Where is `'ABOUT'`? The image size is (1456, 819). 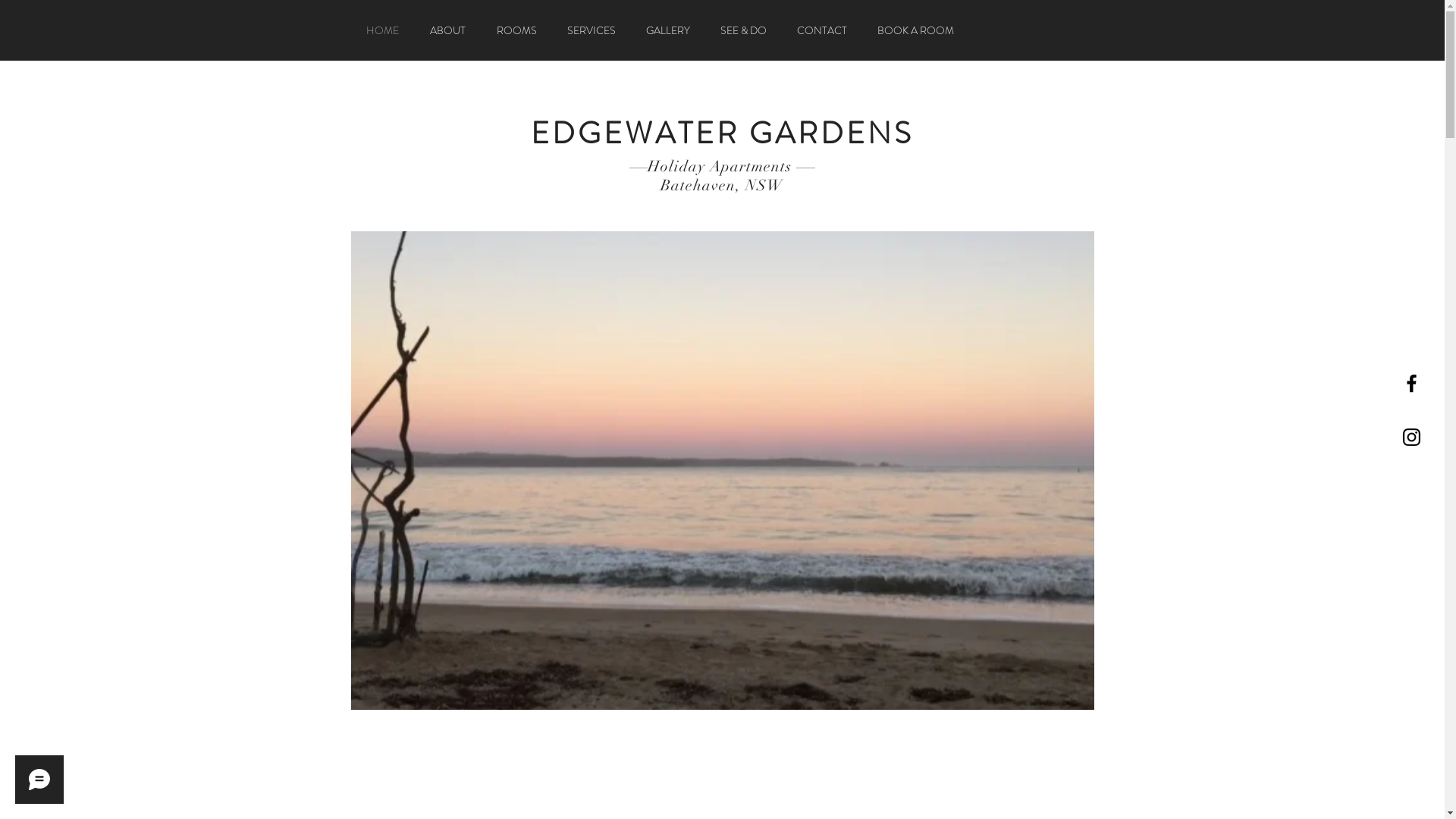
'ABOUT' is located at coordinates (447, 30).